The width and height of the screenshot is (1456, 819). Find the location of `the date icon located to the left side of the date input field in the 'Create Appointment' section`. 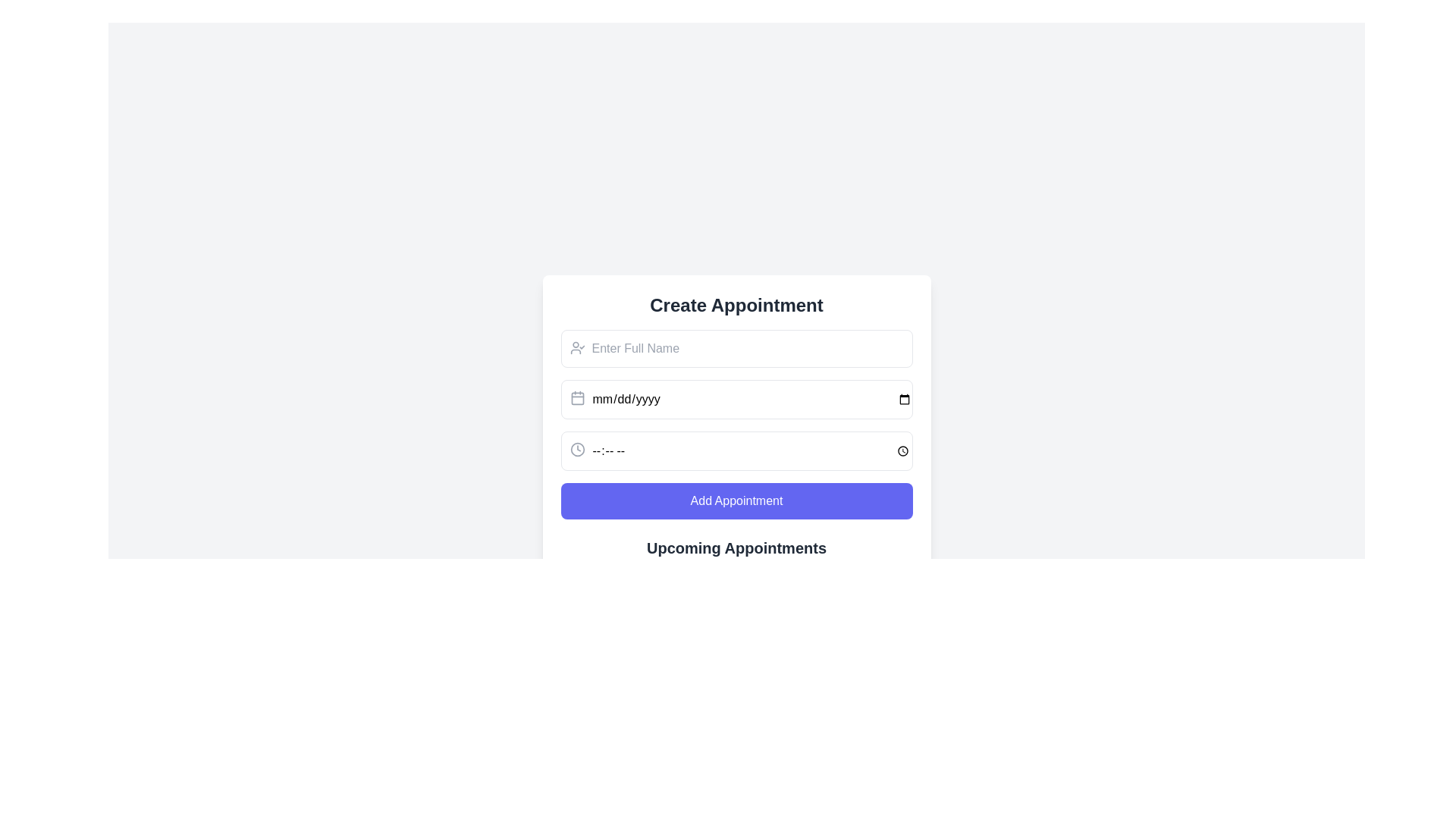

the date icon located to the left side of the date input field in the 'Create Appointment' section is located at coordinates (576, 397).